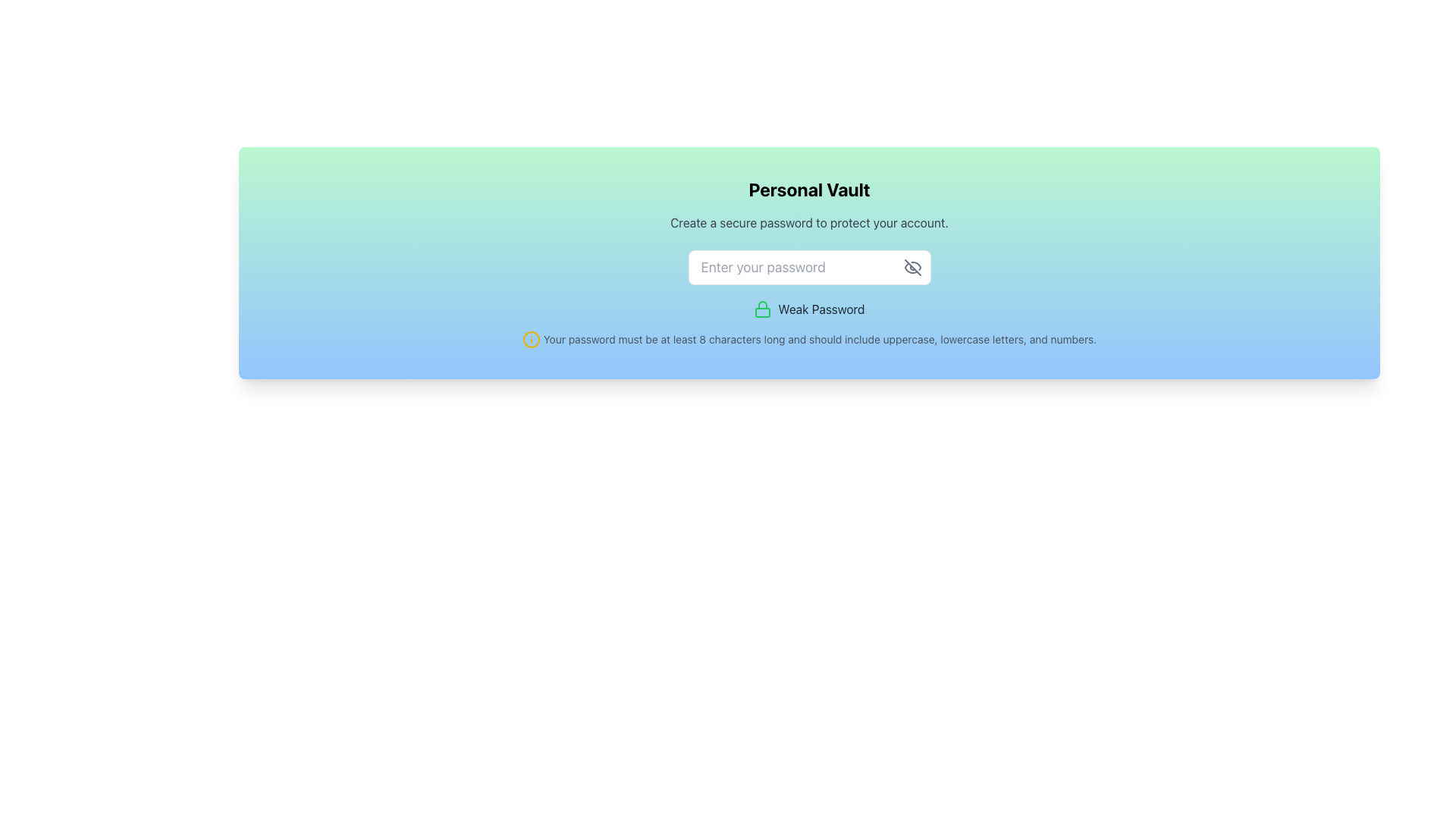  I want to click on the informational icon located near the guidance text about password requirements, which is positioned before the text stating 'Your password must be at least 8 characters long and should include uppercase, lowercase letters, and numbers.', so click(531, 338).